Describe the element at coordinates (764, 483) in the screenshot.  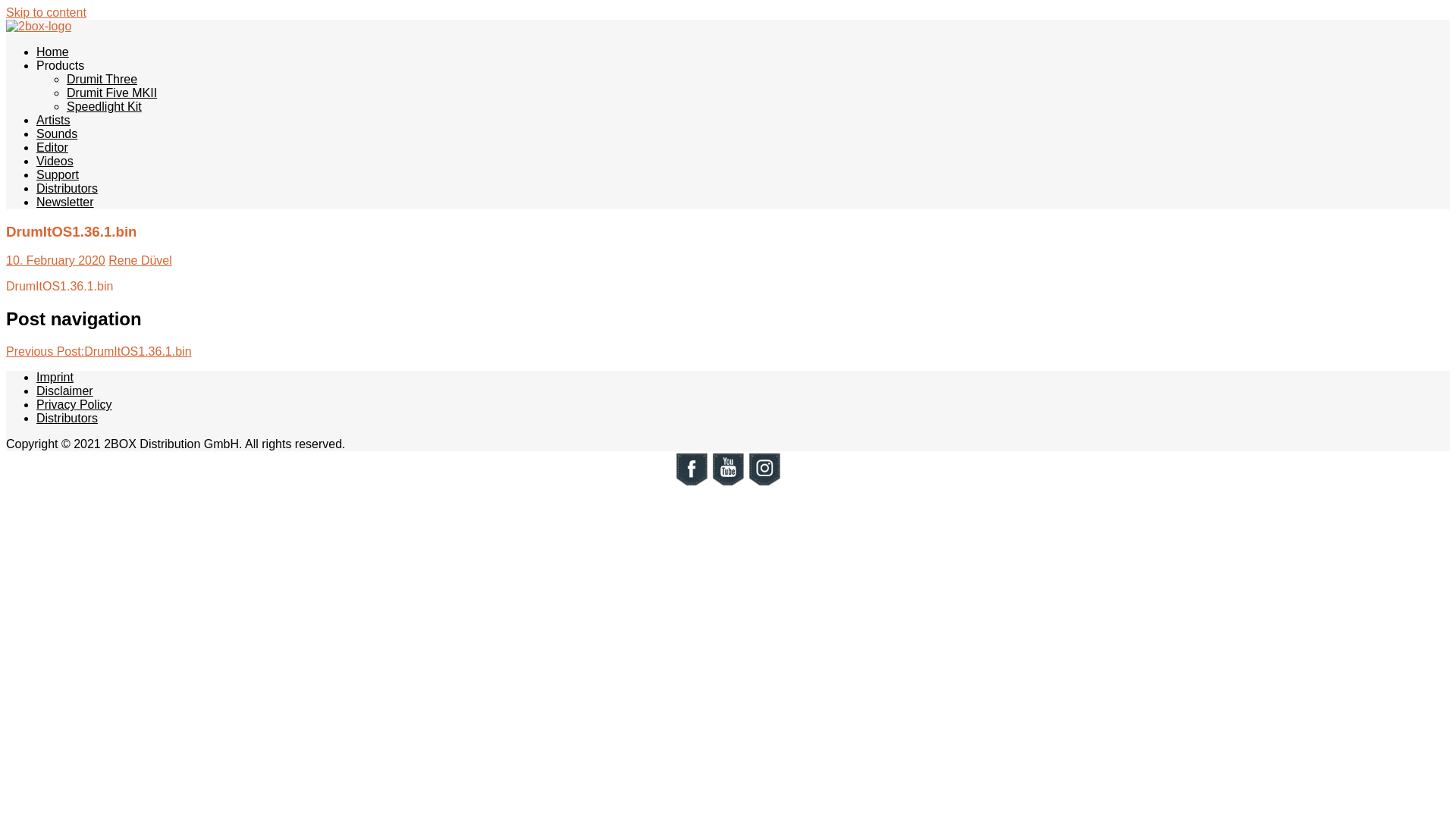
I see `'Visit Us On Instagram'` at that location.